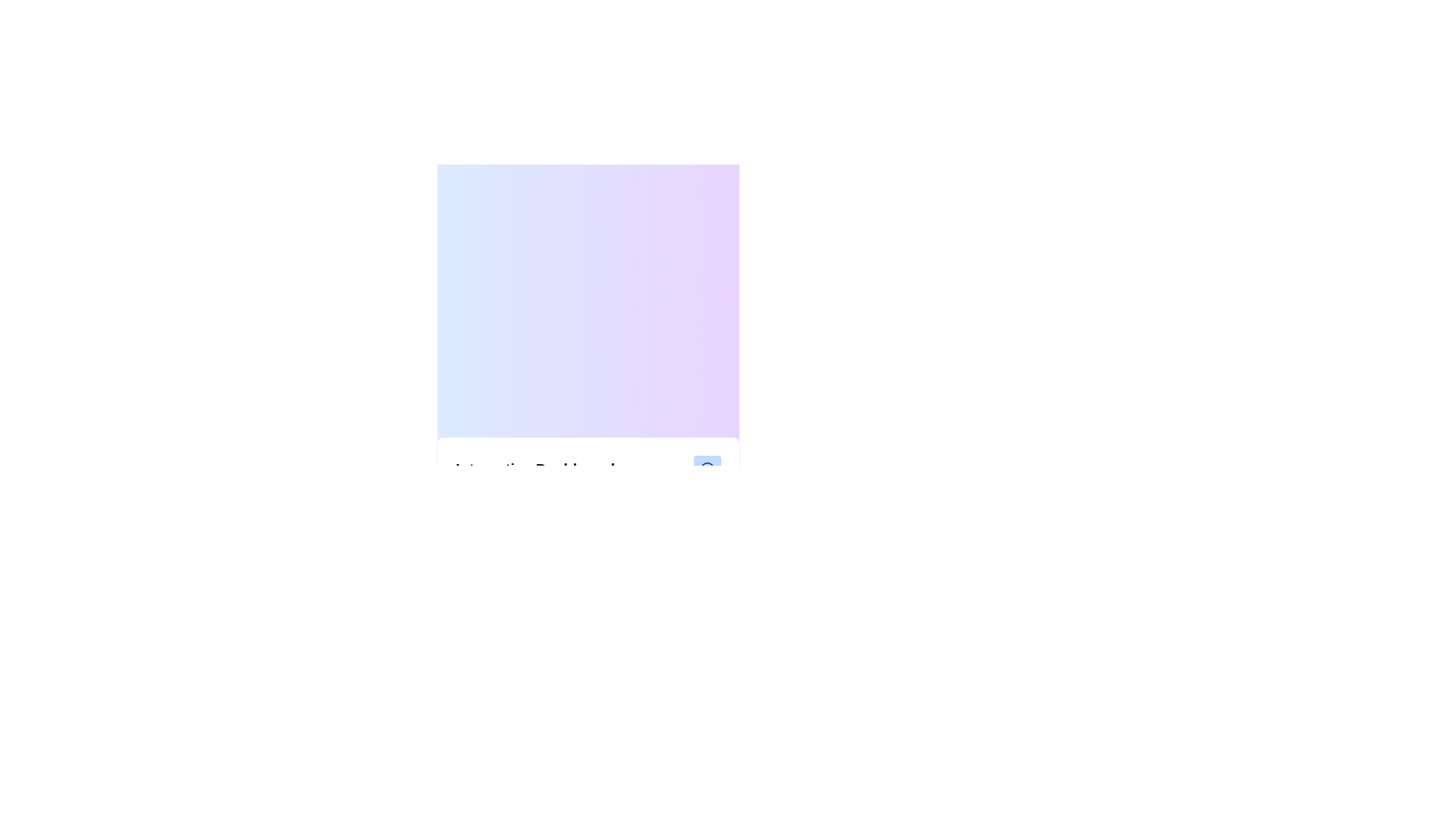  What do you see at coordinates (706, 467) in the screenshot?
I see `the circular blue button with a dark blue info icon located at the right side of the header section in the 'Interactive Dashboard'` at bounding box center [706, 467].